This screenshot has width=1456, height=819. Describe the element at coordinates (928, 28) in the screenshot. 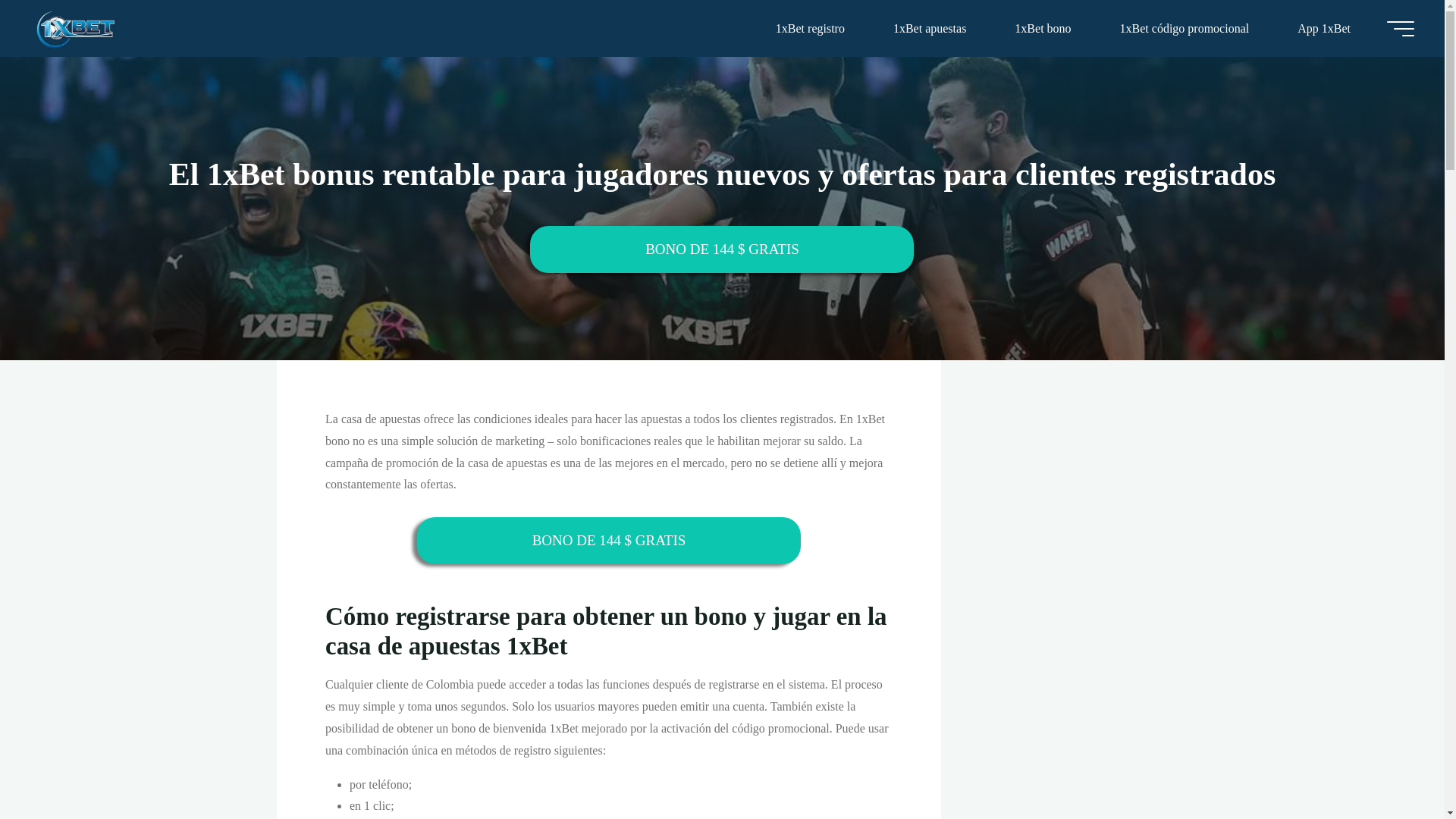

I see `'1xBet apuestas'` at that location.